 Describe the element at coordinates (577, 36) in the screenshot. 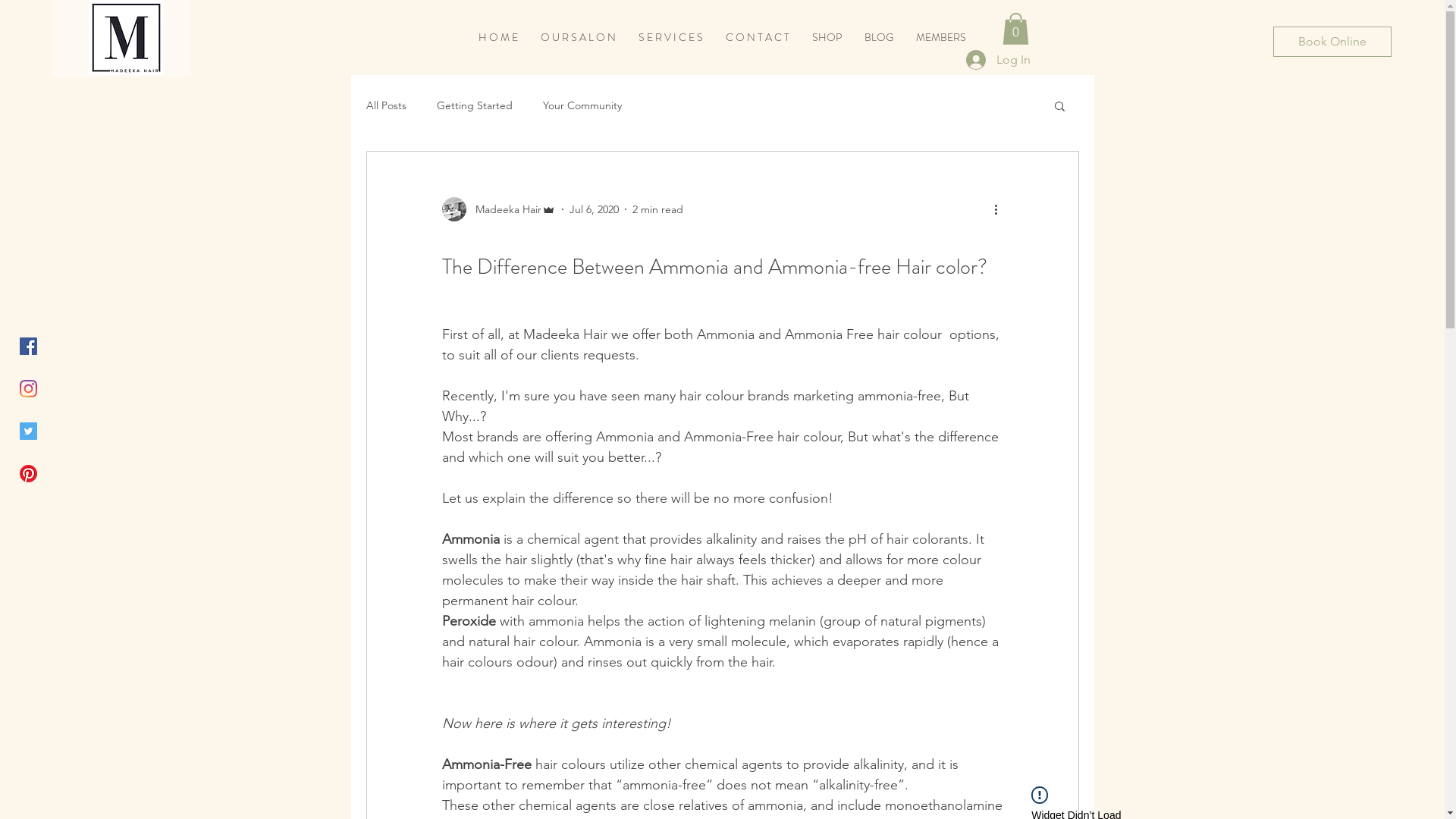

I see `'O U R S A L O N'` at that location.